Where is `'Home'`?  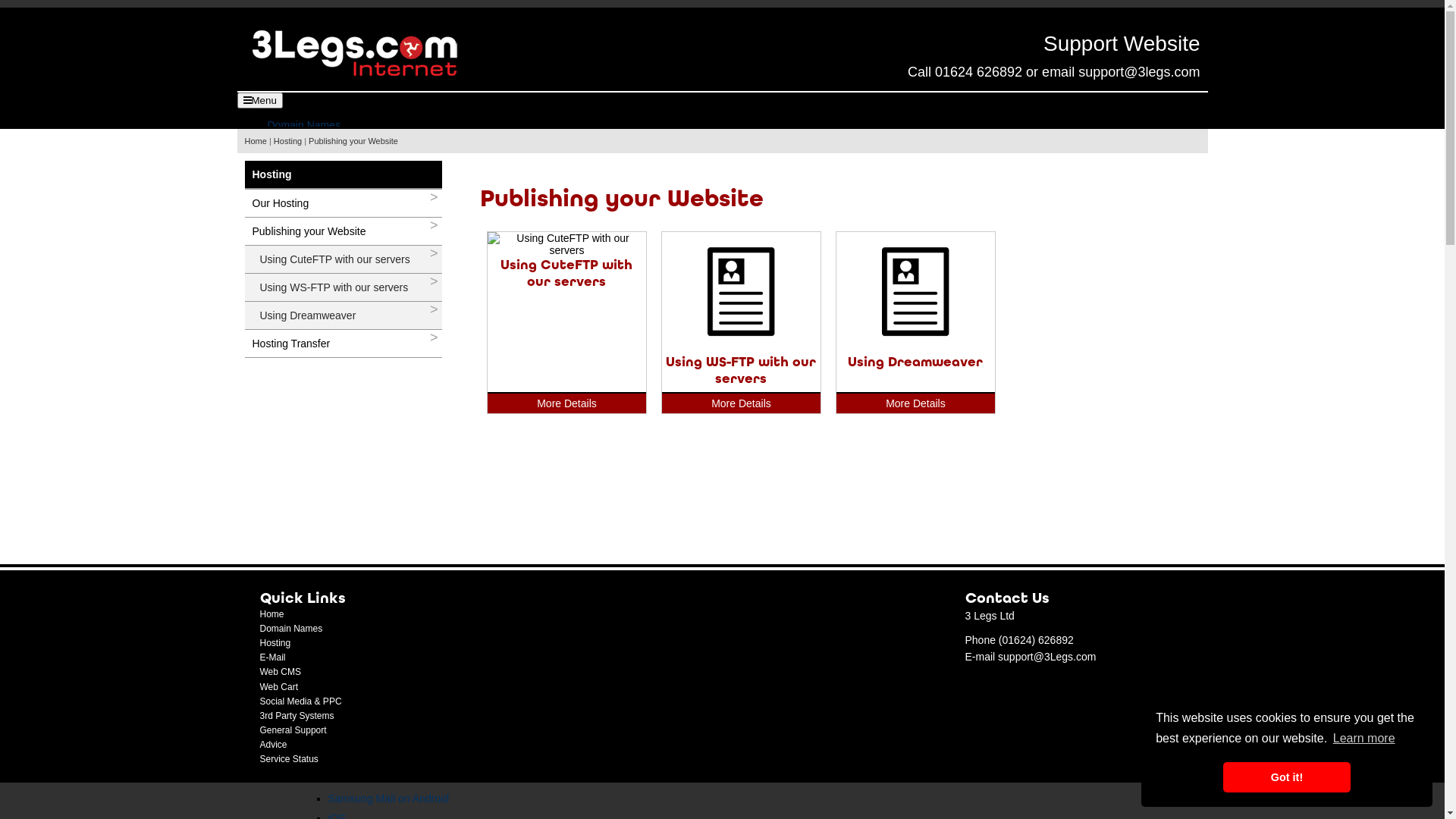 'Home' is located at coordinates (243, 140).